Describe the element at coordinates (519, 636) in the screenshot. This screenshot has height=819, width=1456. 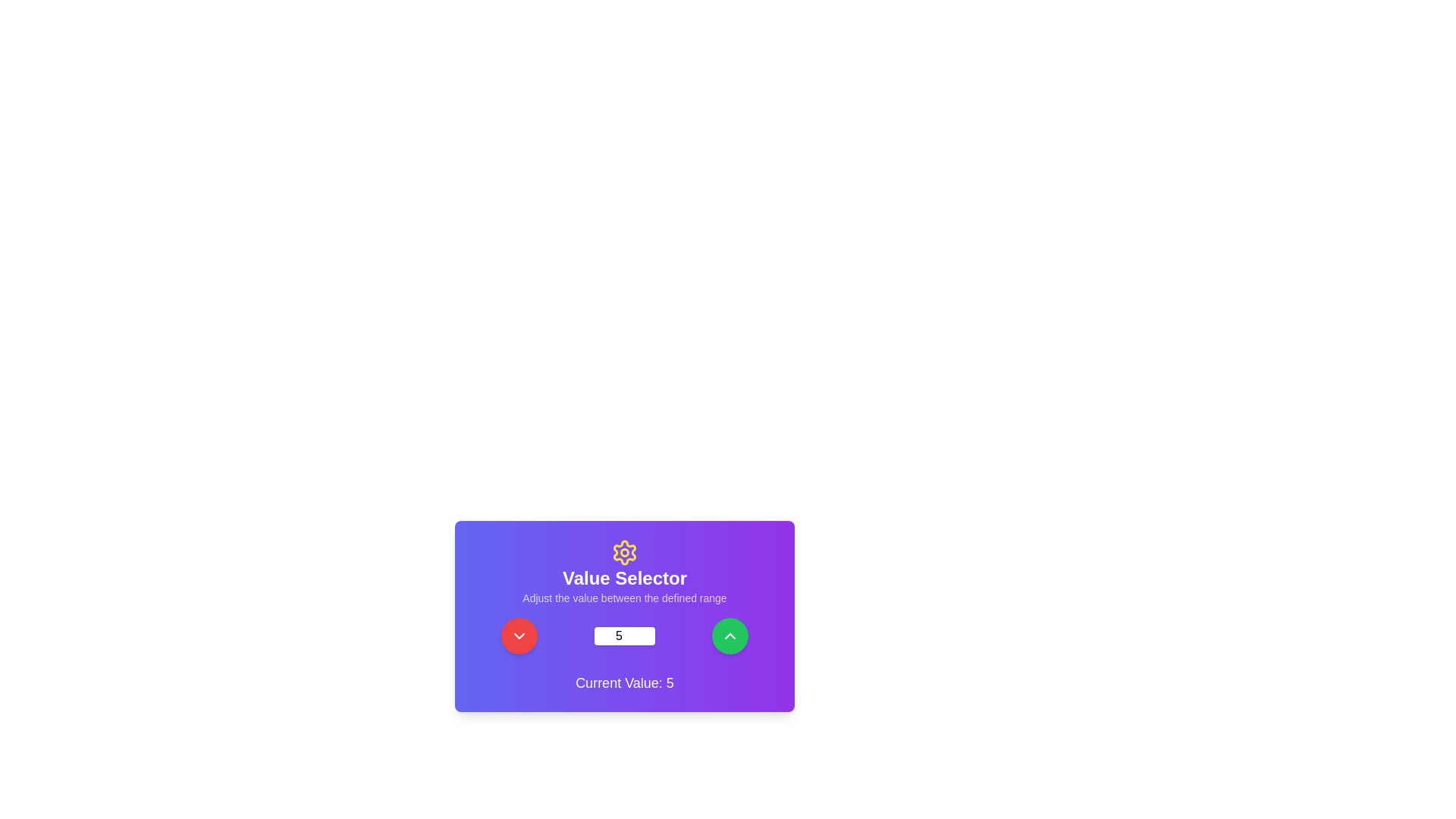
I see `the leftmost circular button with a red background and a white downward chevron icon to decrease the value` at that location.